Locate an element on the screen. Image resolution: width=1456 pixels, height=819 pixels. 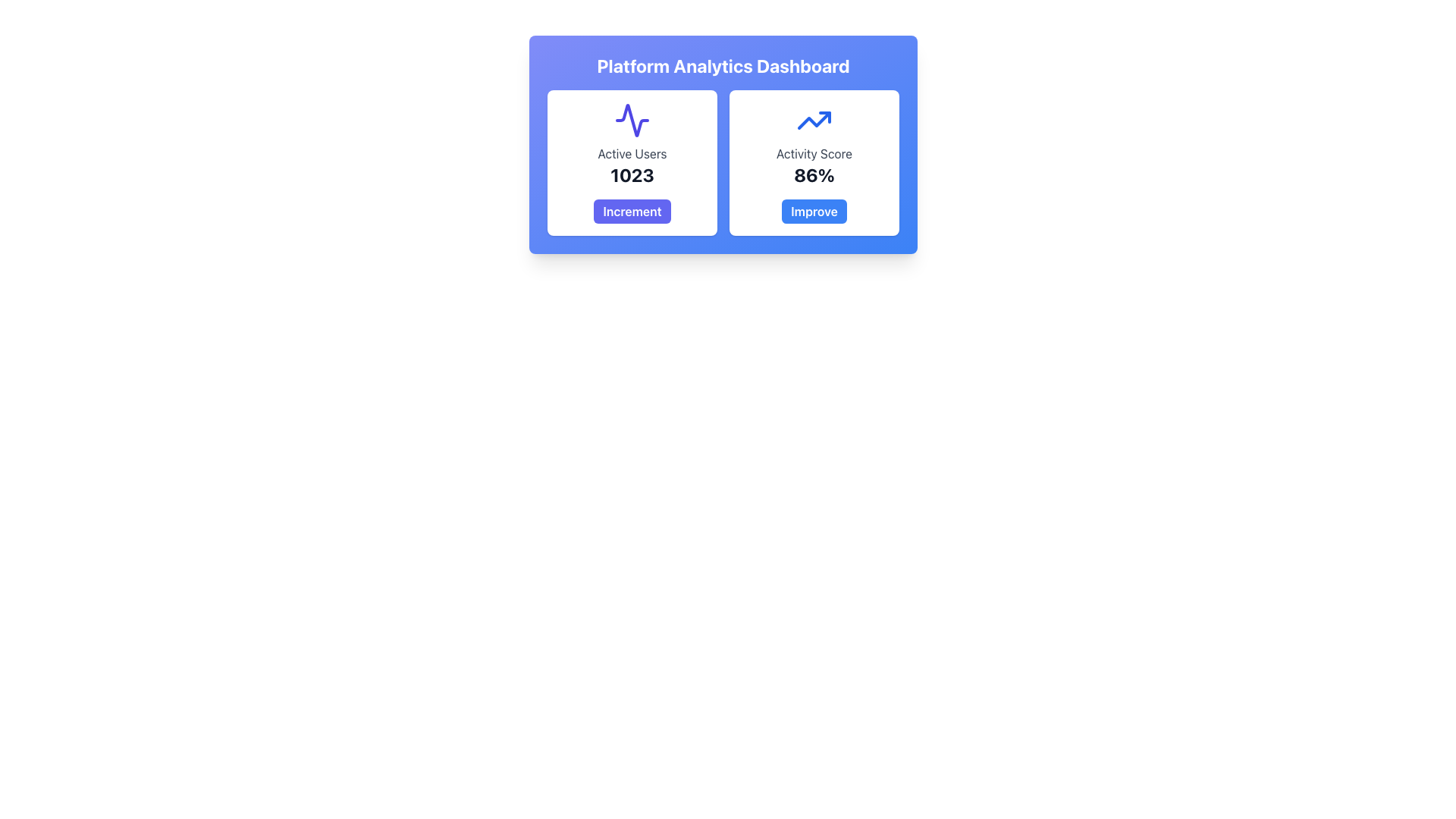
the Text Display element that shows the current activity score, which is positioned within the 'Activity Score' card, below the 'Activity Score' label and above the blue 'Improve' button is located at coordinates (814, 174).